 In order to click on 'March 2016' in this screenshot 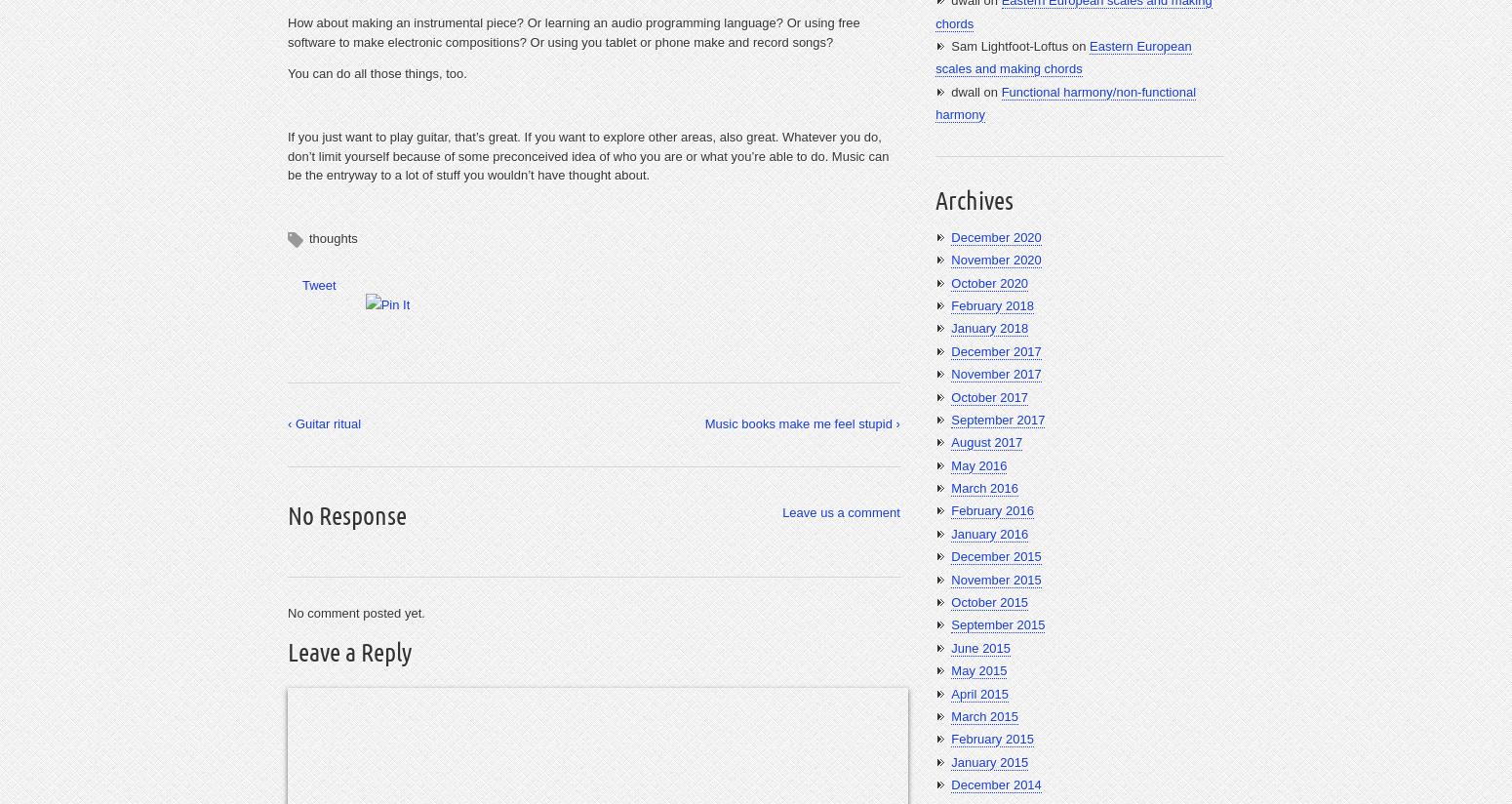, I will do `click(984, 487)`.